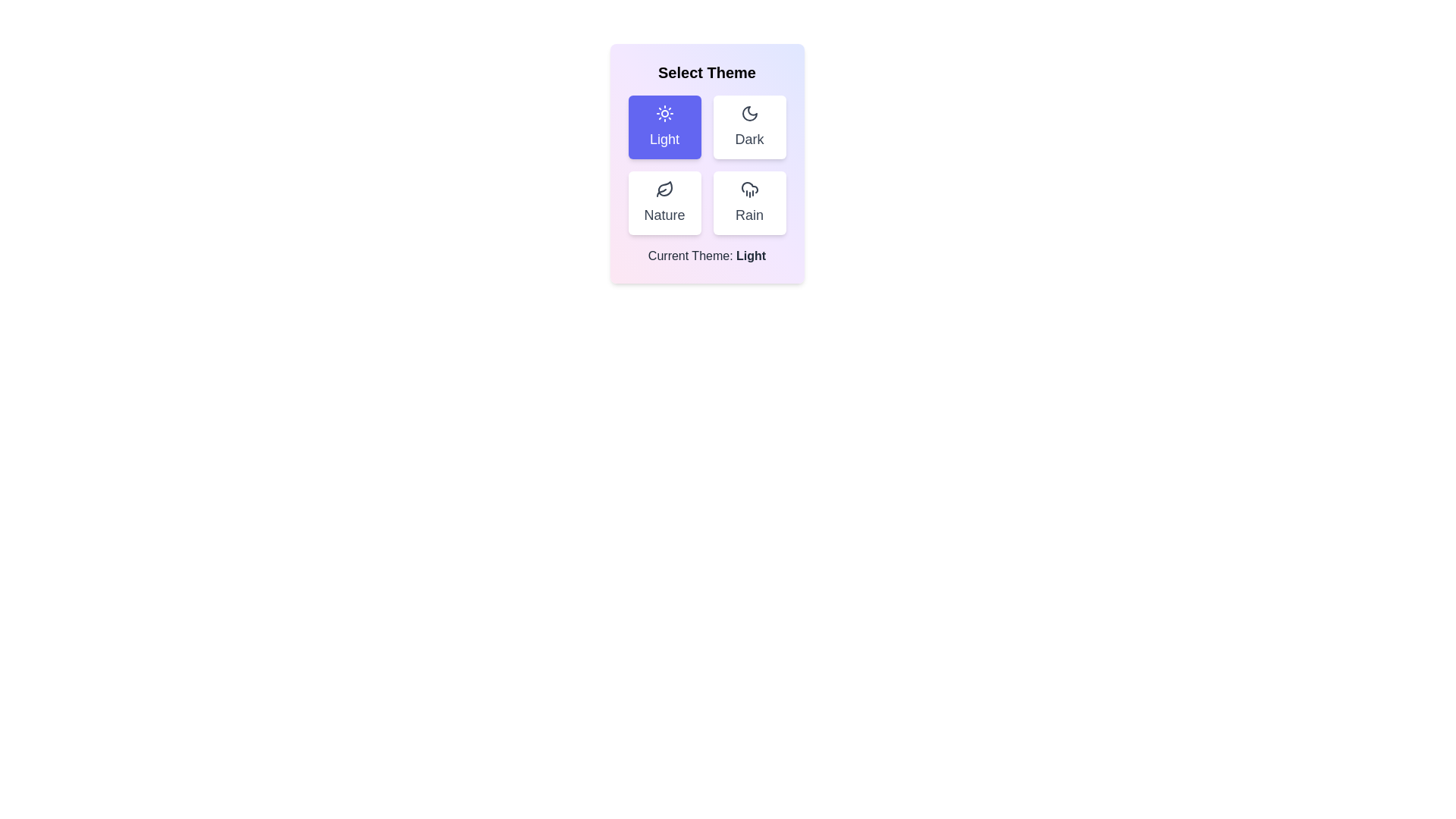 This screenshot has height=819, width=1456. What do you see at coordinates (749, 202) in the screenshot?
I see `the Rain button to see its hover effect` at bounding box center [749, 202].